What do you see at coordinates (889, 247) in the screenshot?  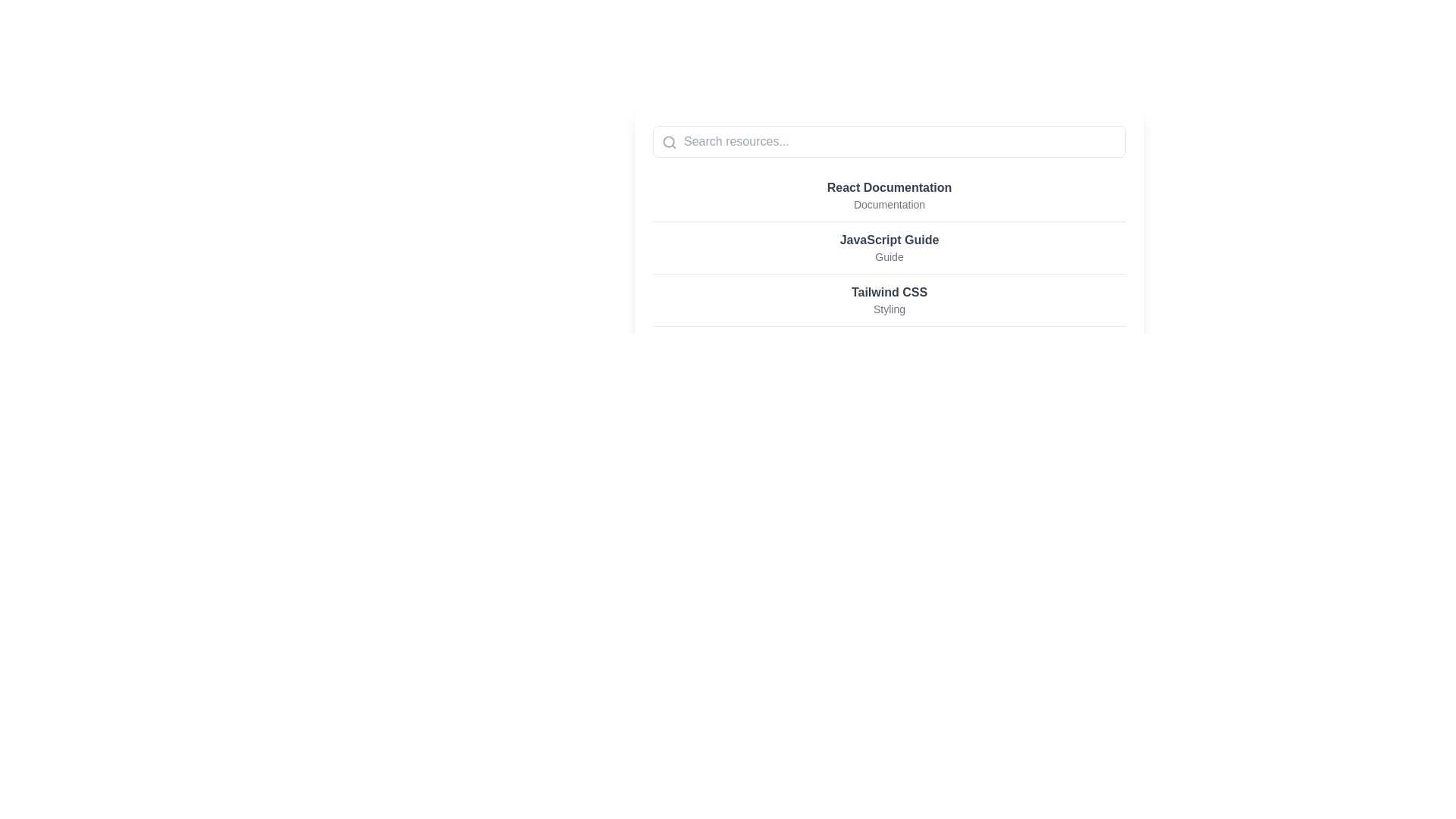 I see `the 'JavaScript Guide' button, which is the second item in the vertical list` at bounding box center [889, 247].